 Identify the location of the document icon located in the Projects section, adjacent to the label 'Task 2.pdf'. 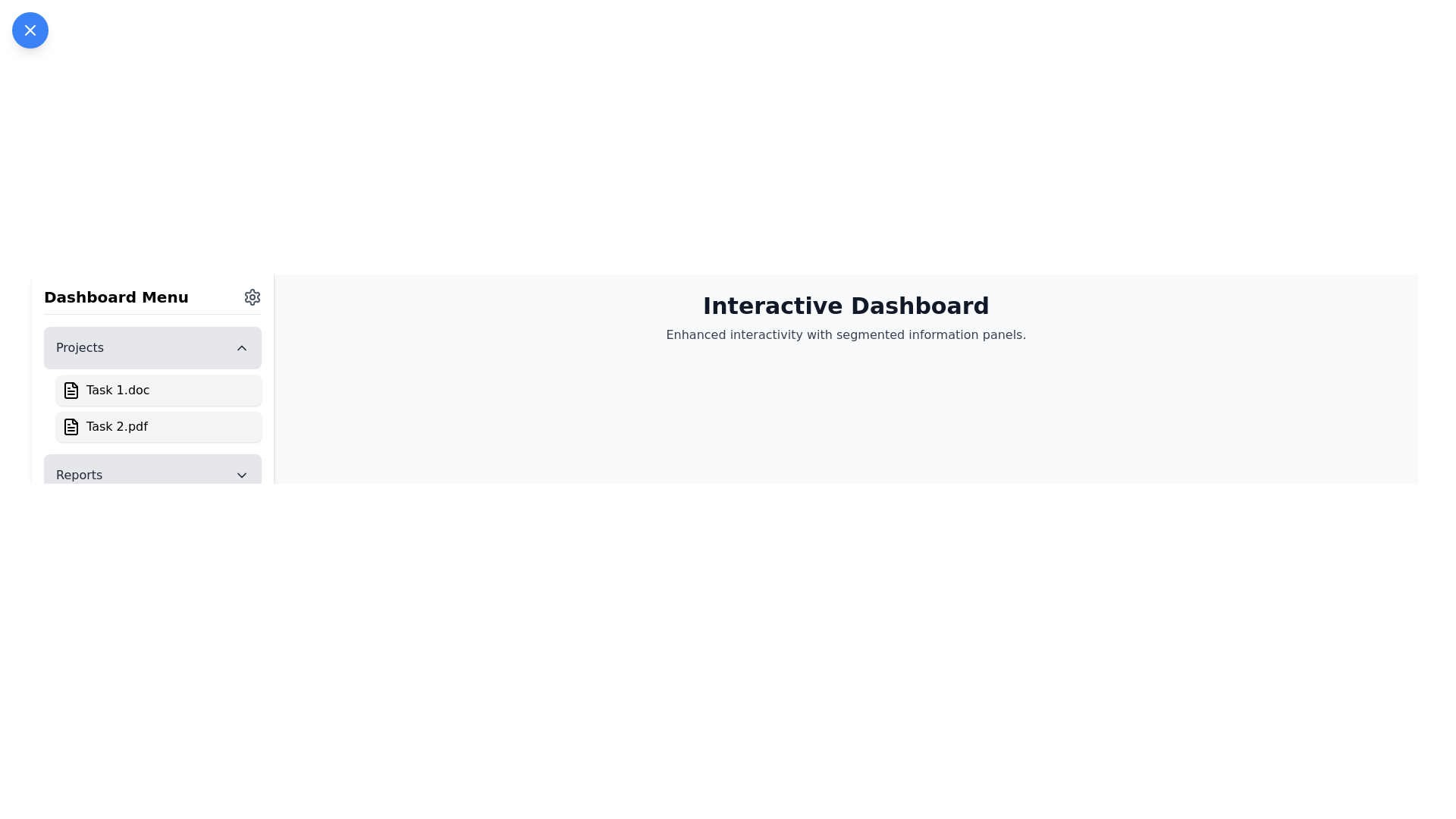
(71, 427).